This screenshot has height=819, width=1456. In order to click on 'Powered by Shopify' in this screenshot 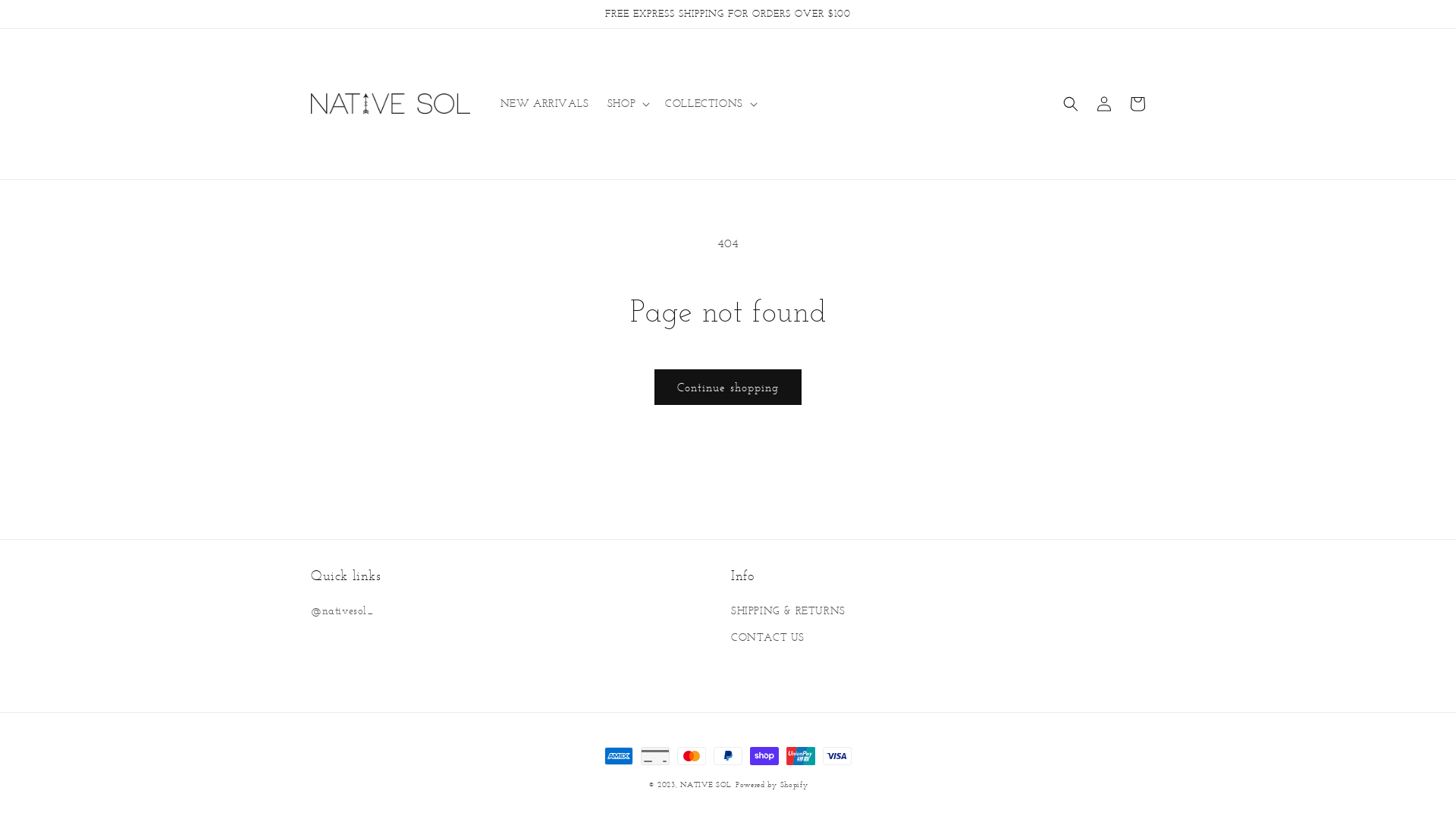, I will do `click(771, 784)`.